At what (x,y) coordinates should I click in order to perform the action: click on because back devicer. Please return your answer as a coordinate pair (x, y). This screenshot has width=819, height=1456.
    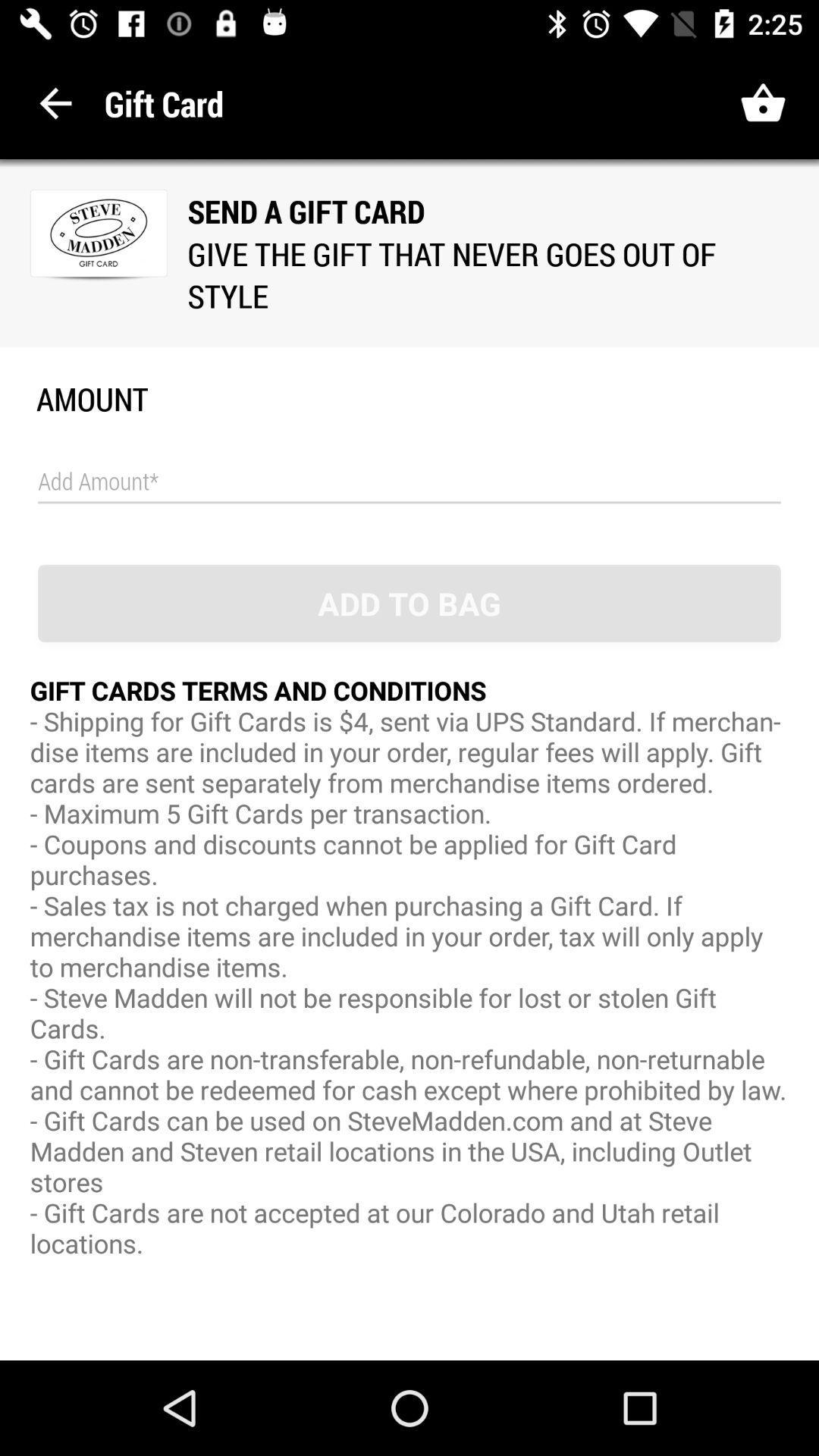
    Looking at the image, I should click on (409, 481).